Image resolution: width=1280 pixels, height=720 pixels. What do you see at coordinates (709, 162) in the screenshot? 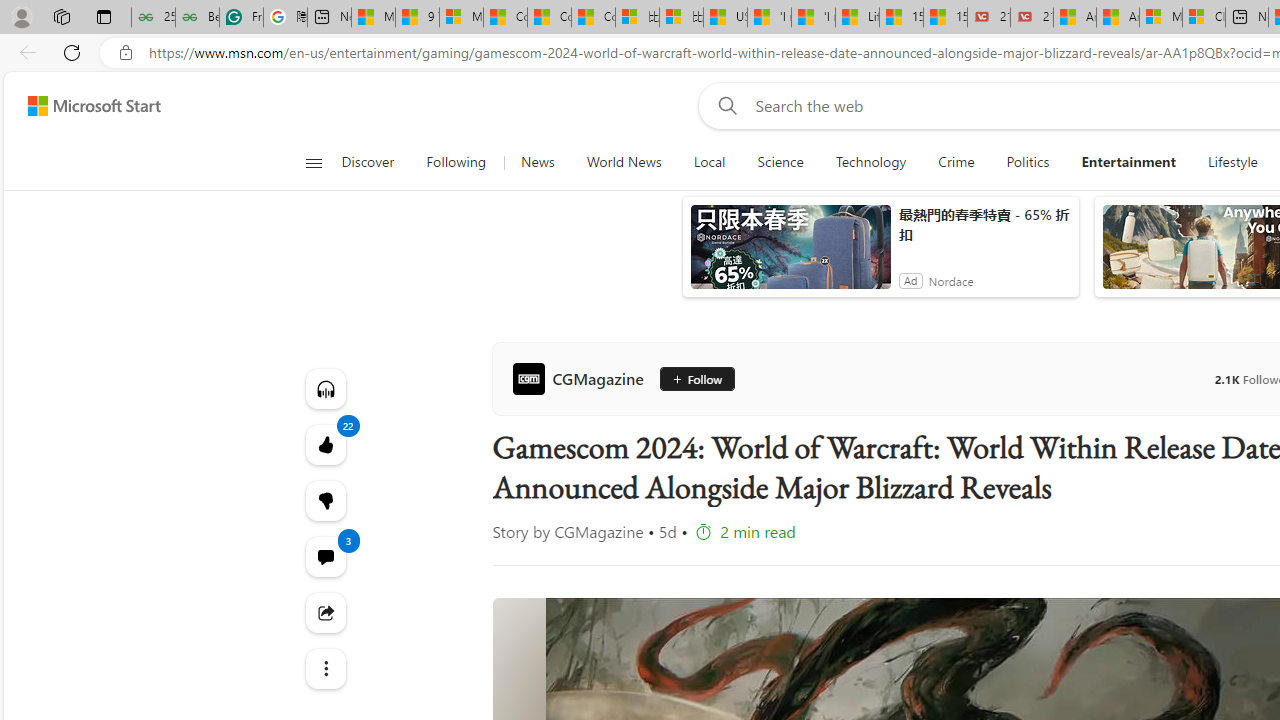
I see `'Local'` at bounding box center [709, 162].